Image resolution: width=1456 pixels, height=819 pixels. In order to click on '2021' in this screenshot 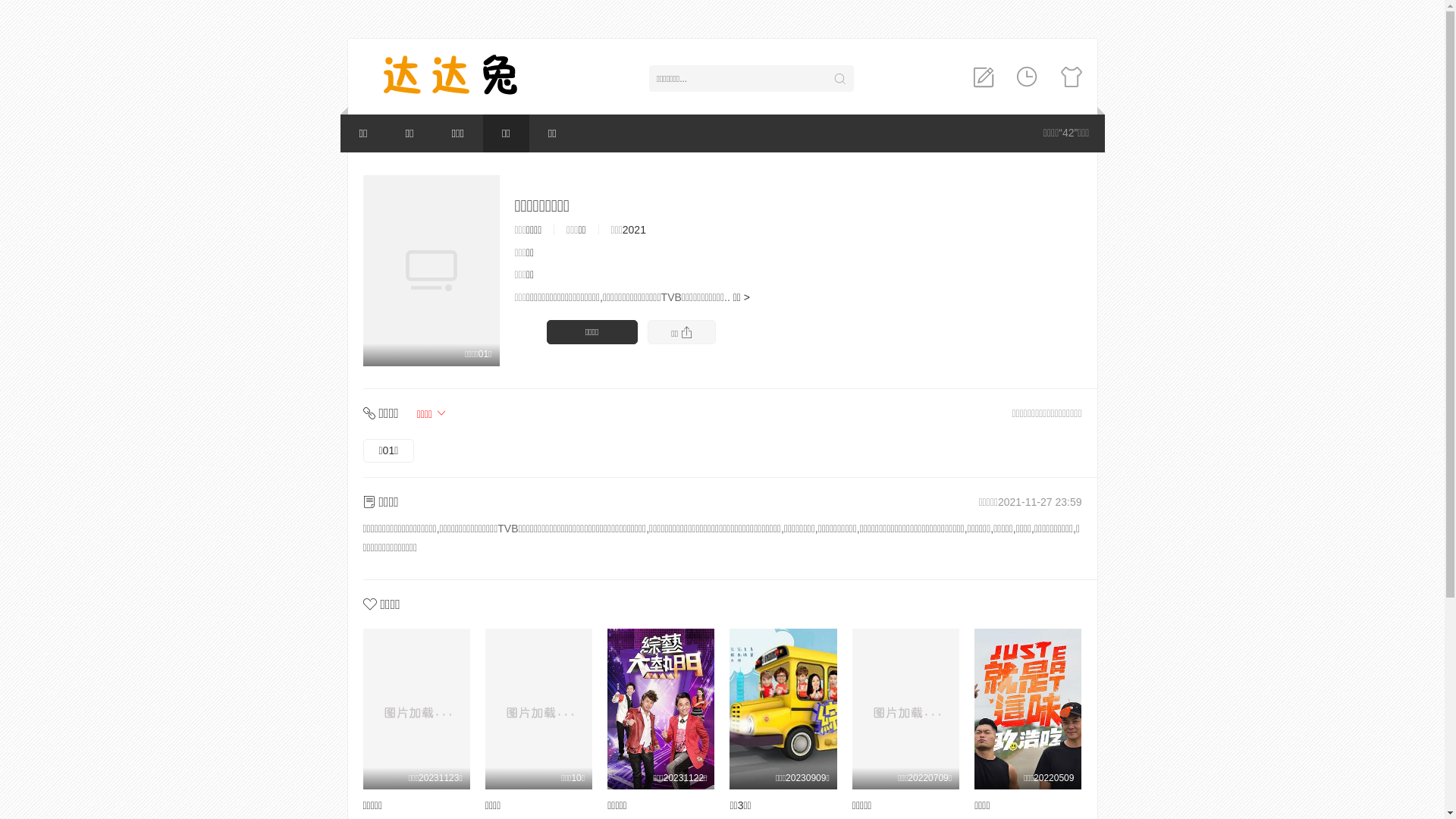, I will do `click(622, 230)`.